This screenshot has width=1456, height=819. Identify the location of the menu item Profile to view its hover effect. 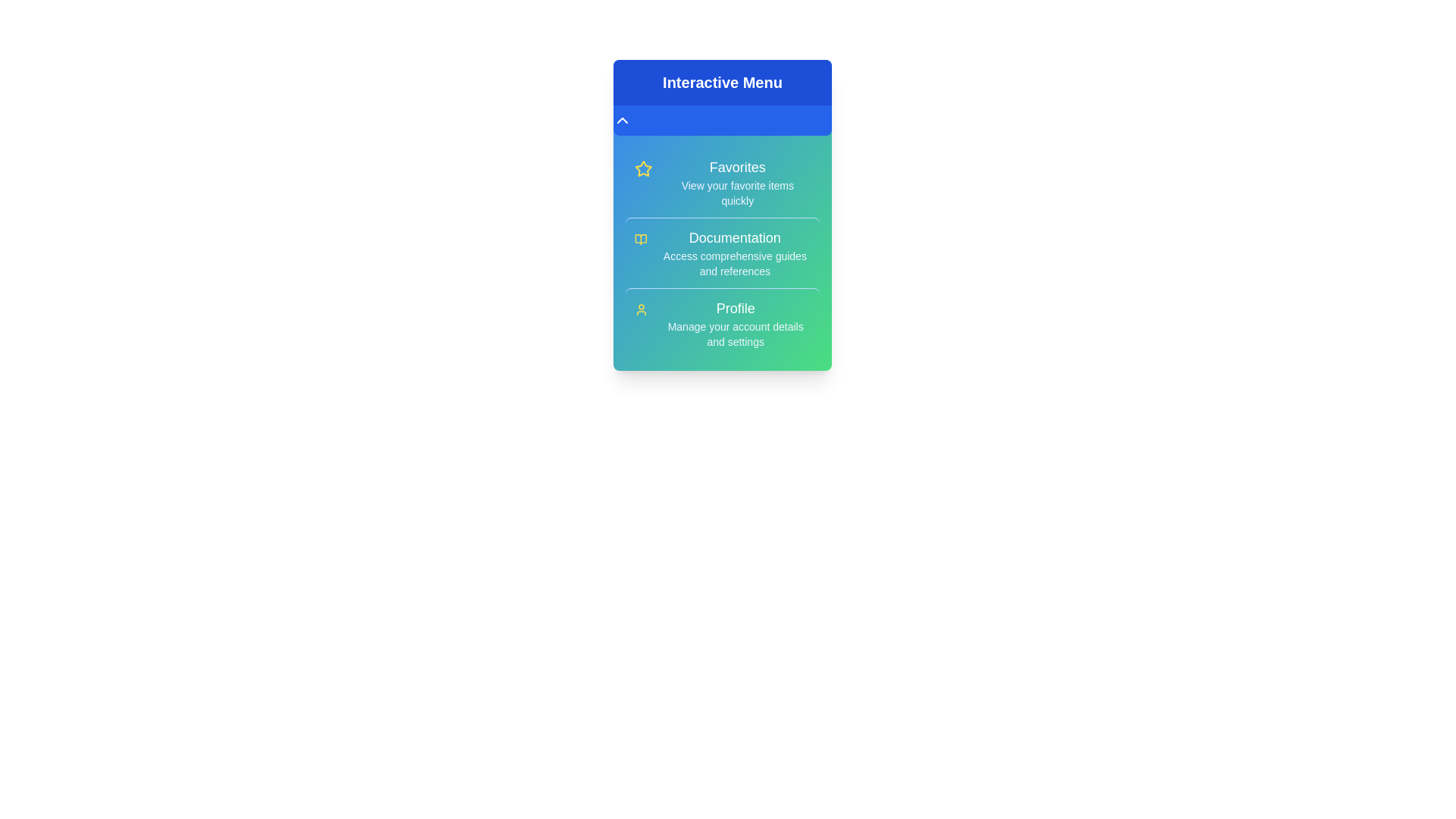
(722, 322).